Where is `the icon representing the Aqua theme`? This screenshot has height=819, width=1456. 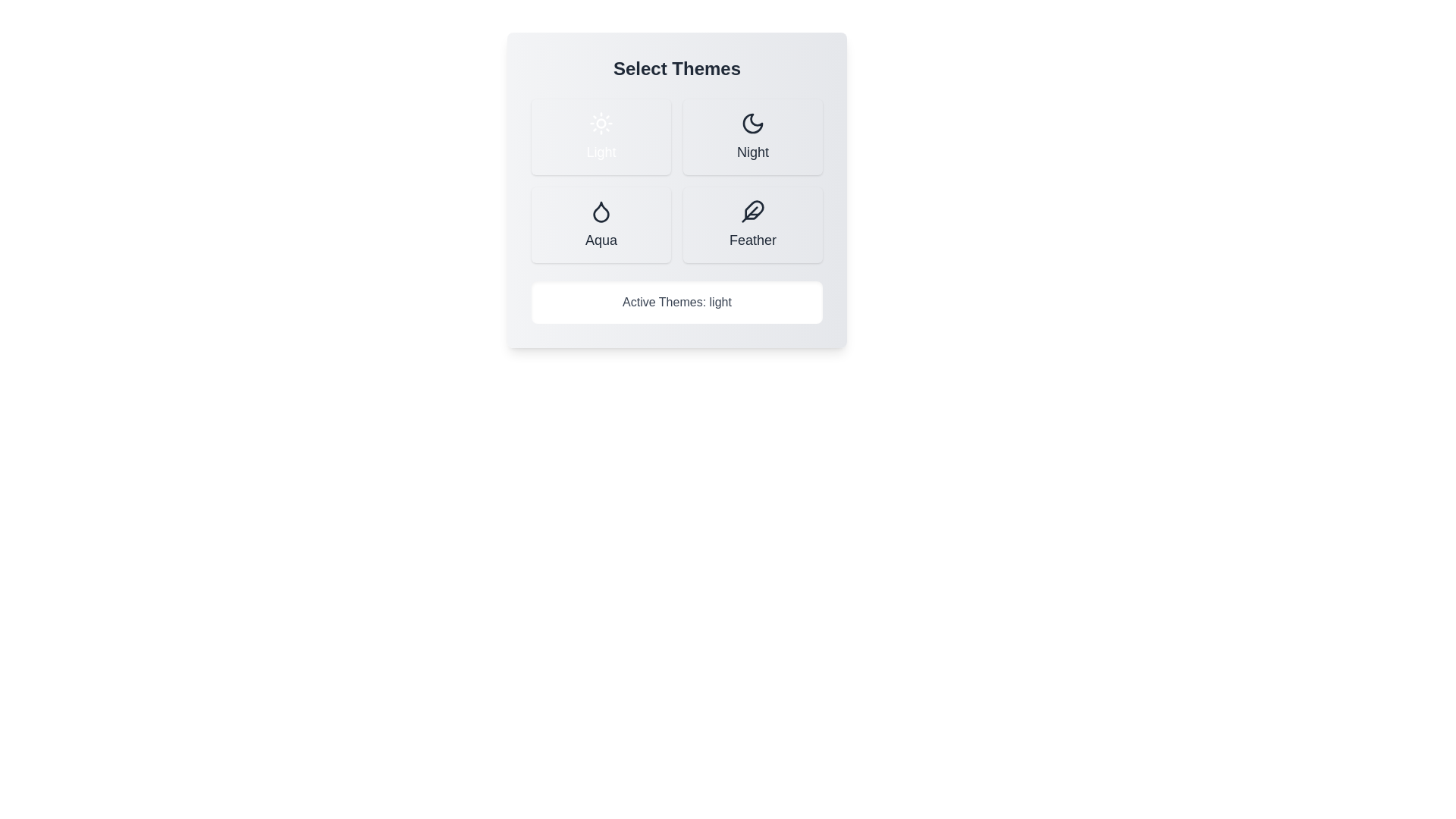 the icon representing the Aqua theme is located at coordinates (600, 211).